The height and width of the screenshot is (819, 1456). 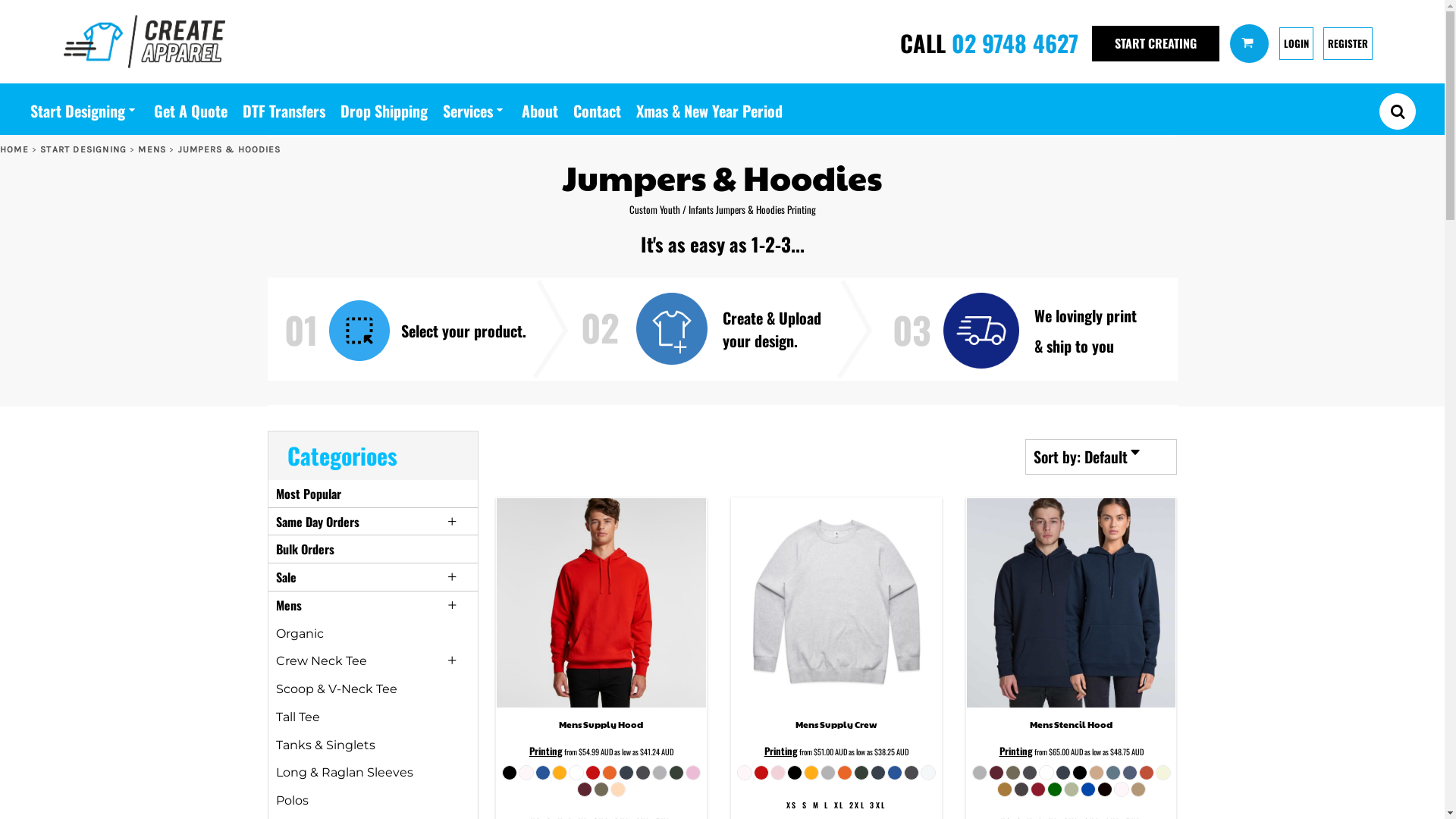 I want to click on 'START CREATING', so click(x=1095, y=42).